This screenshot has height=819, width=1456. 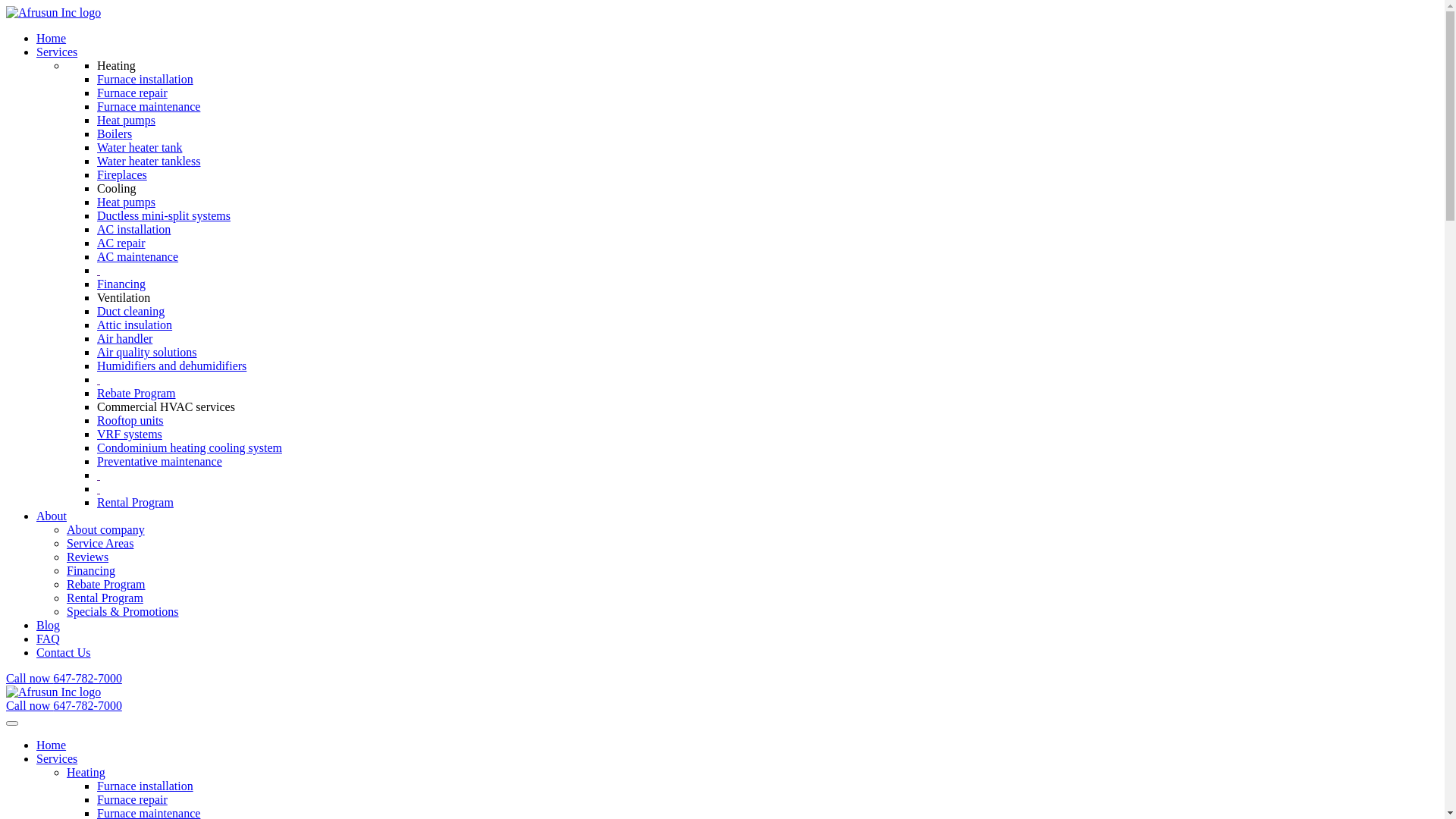 What do you see at coordinates (149, 161) in the screenshot?
I see `'Water heater tankless'` at bounding box center [149, 161].